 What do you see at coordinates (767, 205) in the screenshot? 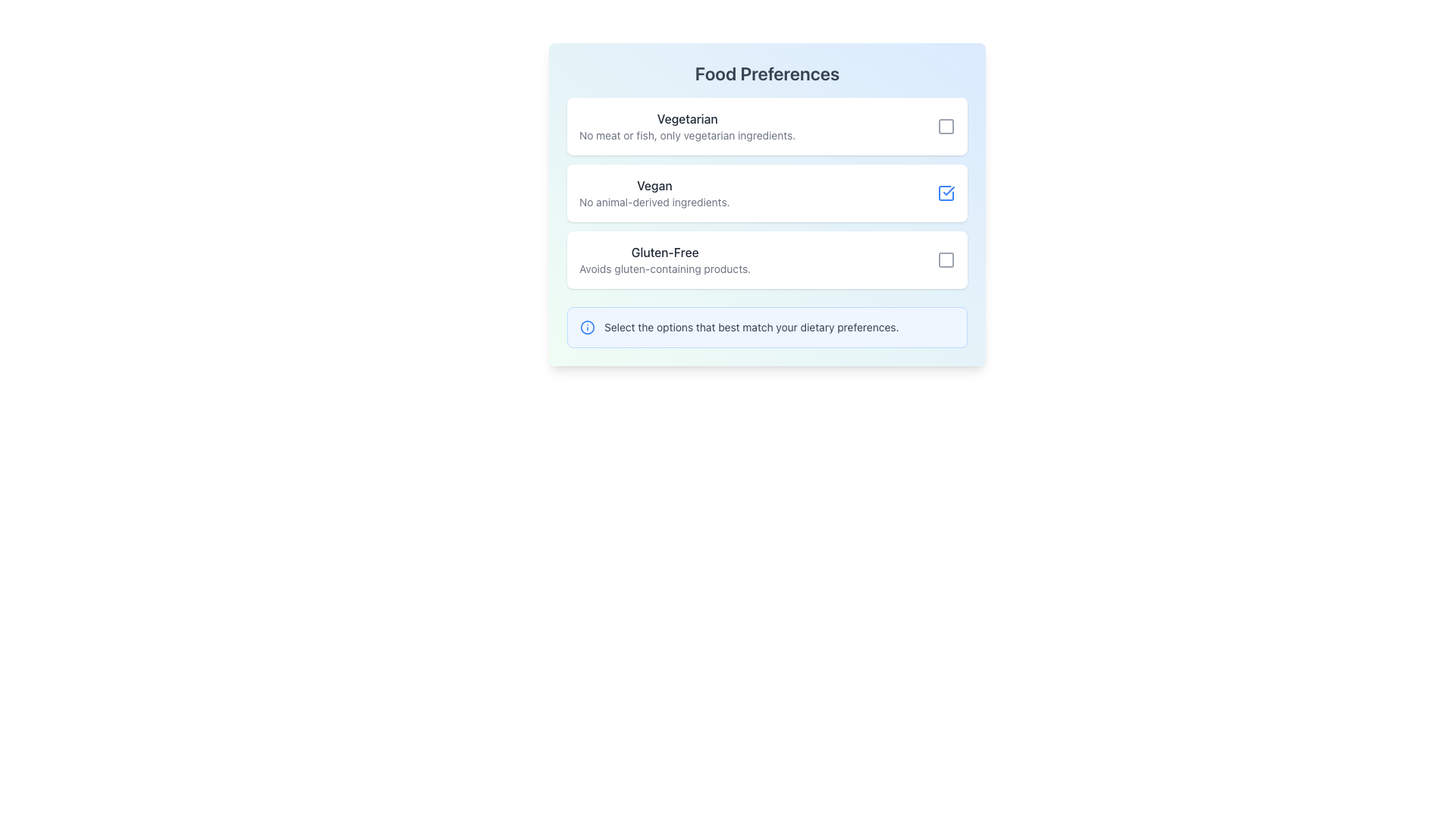
I see `the checkbox for the 'Vegan' dietary preference option within the 'Food Preferences' section of the interactive form, which is marked as selected` at bounding box center [767, 205].